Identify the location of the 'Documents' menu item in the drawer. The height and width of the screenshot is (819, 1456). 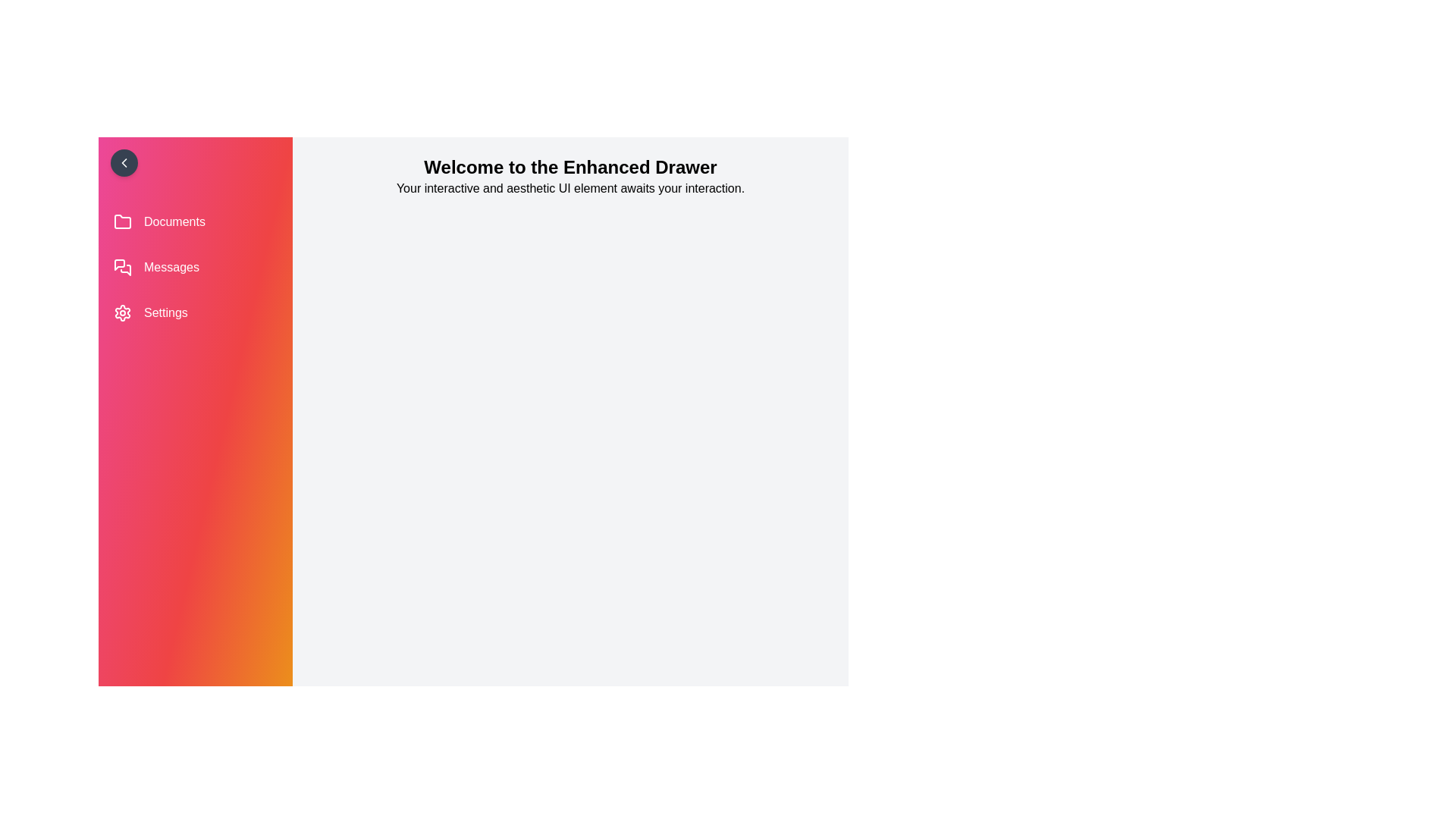
(195, 222).